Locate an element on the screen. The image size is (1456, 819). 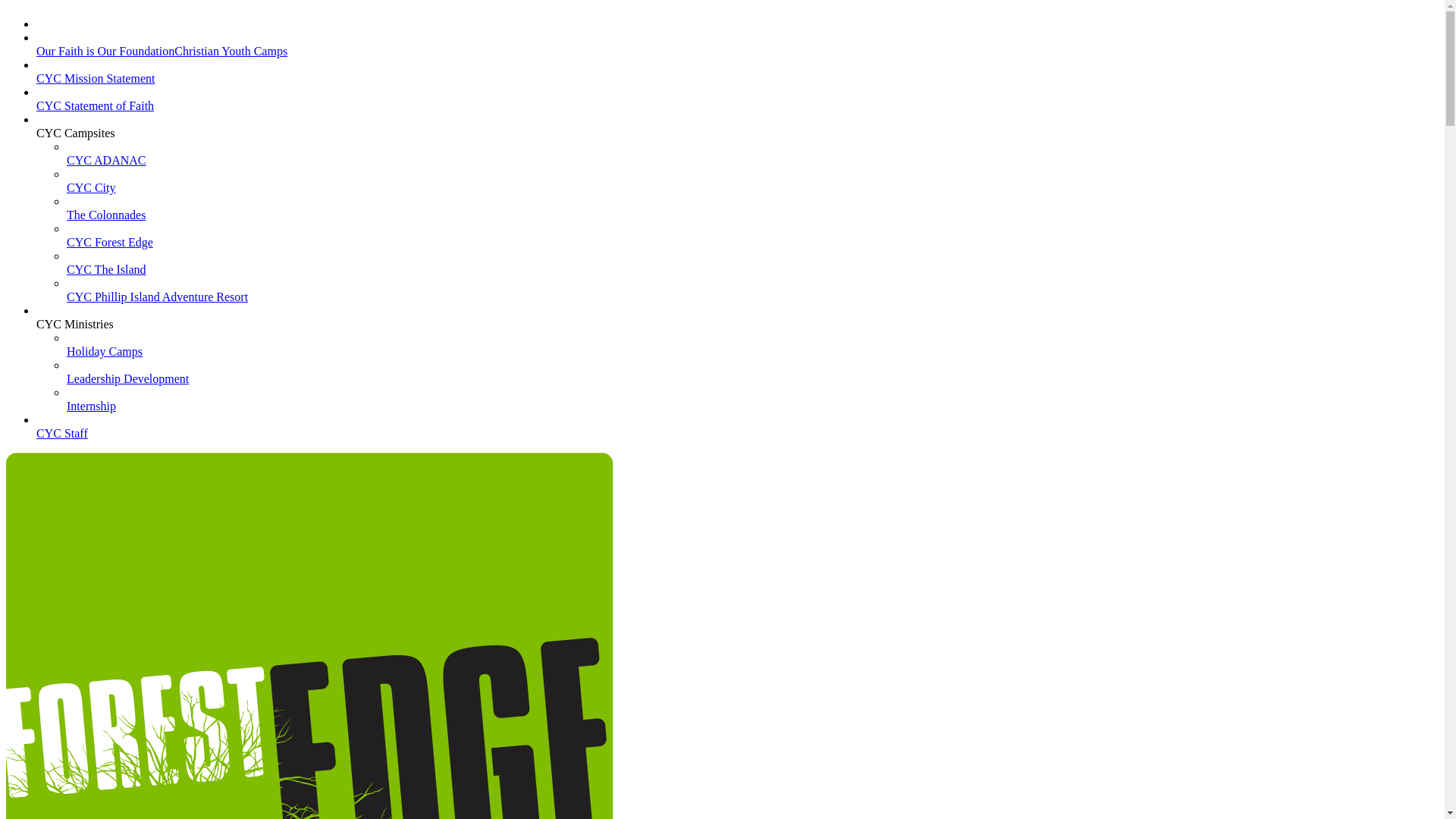
'CYC Forest Edge' is located at coordinates (65, 248).